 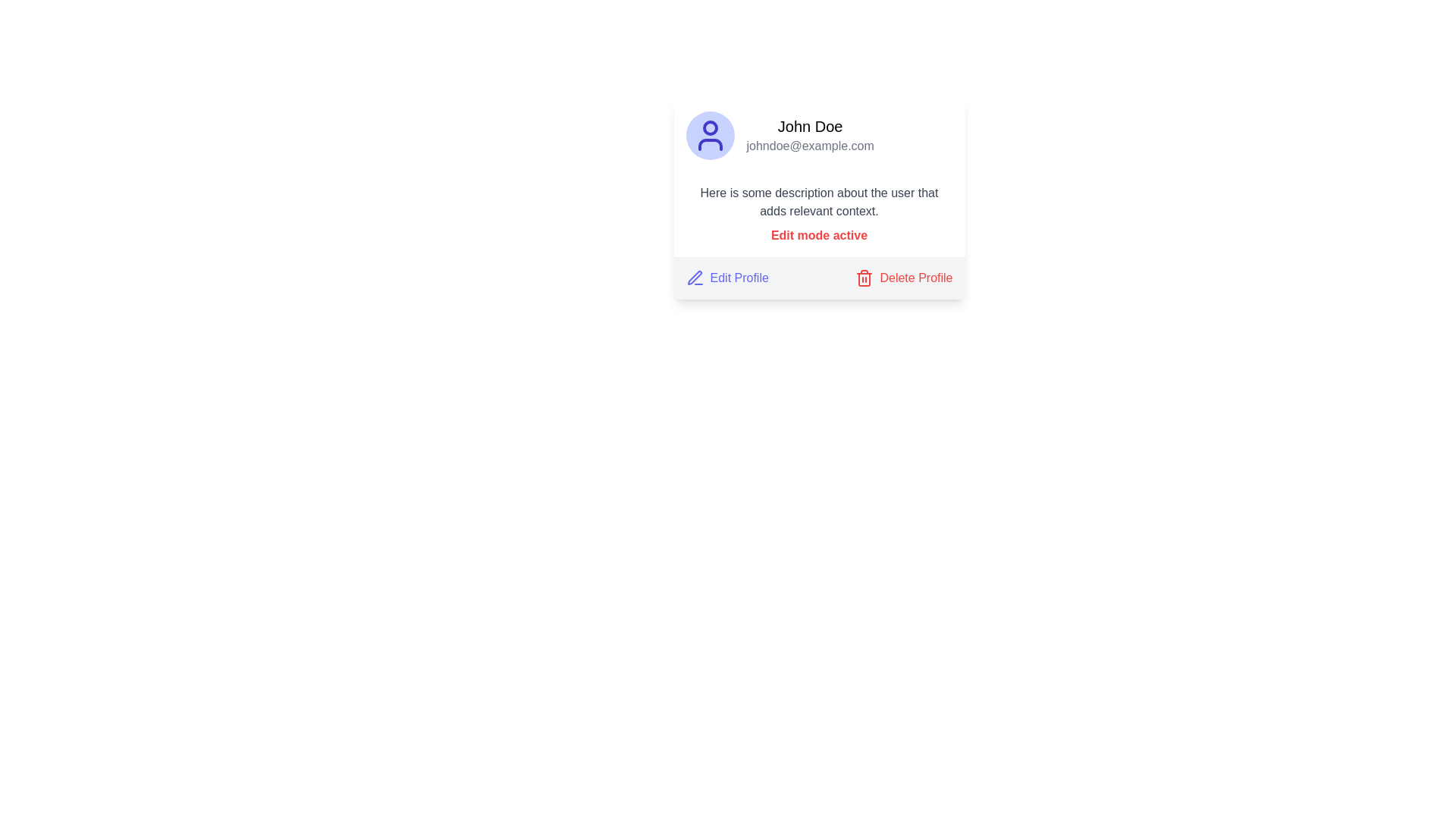 What do you see at coordinates (818, 214) in the screenshot?
I see `the informational text block that indicates 'Edit mode active', which consists of gray descriptive text and bold red text, positioned centrally between the user's details and the action buttons` at bounding box center [818, 214].